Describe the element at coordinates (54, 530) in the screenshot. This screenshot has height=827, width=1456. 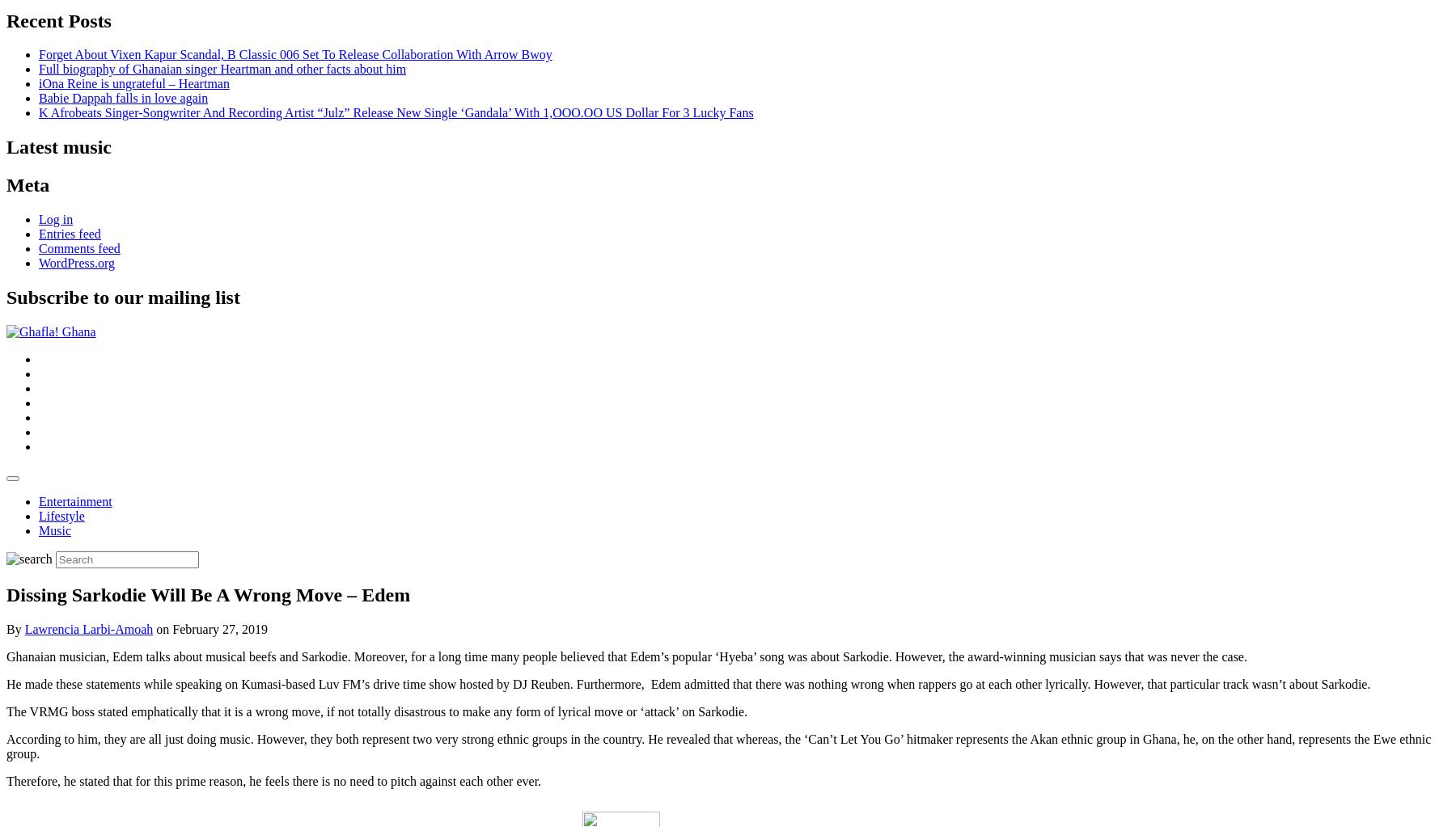
I see `'Music'` at that location.